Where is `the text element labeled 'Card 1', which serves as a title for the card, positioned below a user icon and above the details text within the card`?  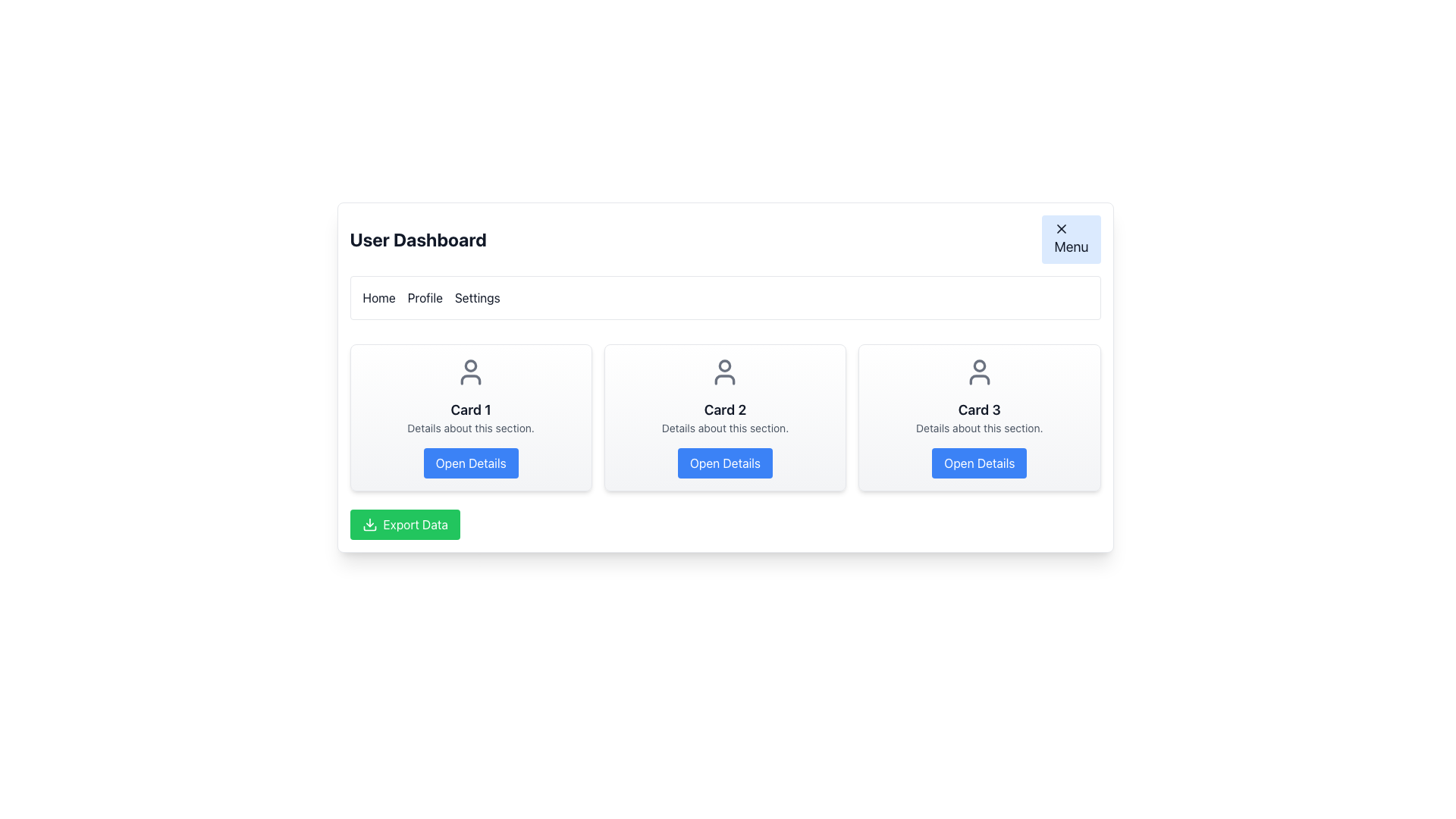
the text element labeled 'Card 1', which serves as a title for the card, positioned below a user icon and above the details text within the card is located at coordinates (470, 409).